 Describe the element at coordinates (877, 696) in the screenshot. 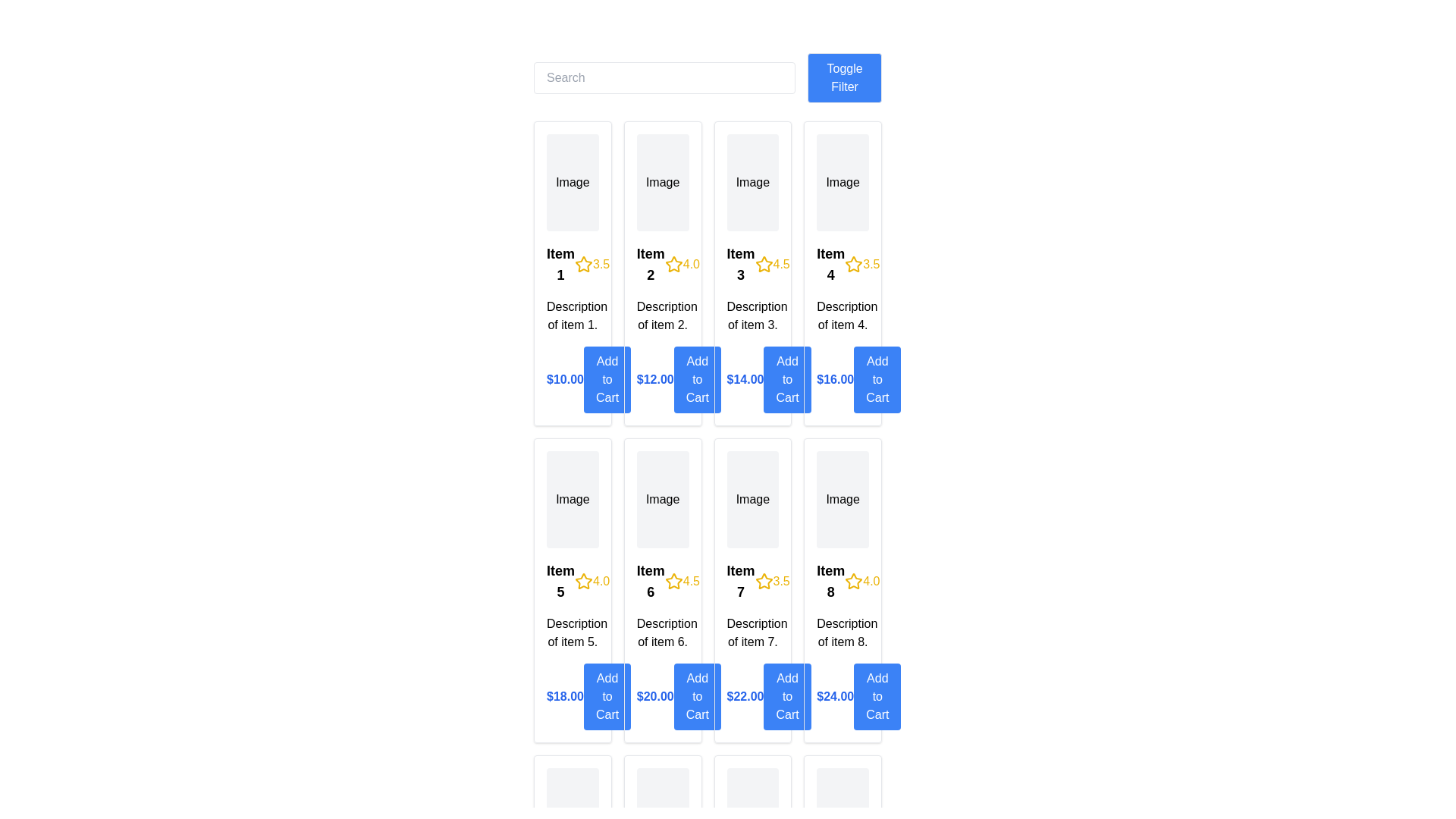

I see `the blue 'Add to Cart' button` at that location.